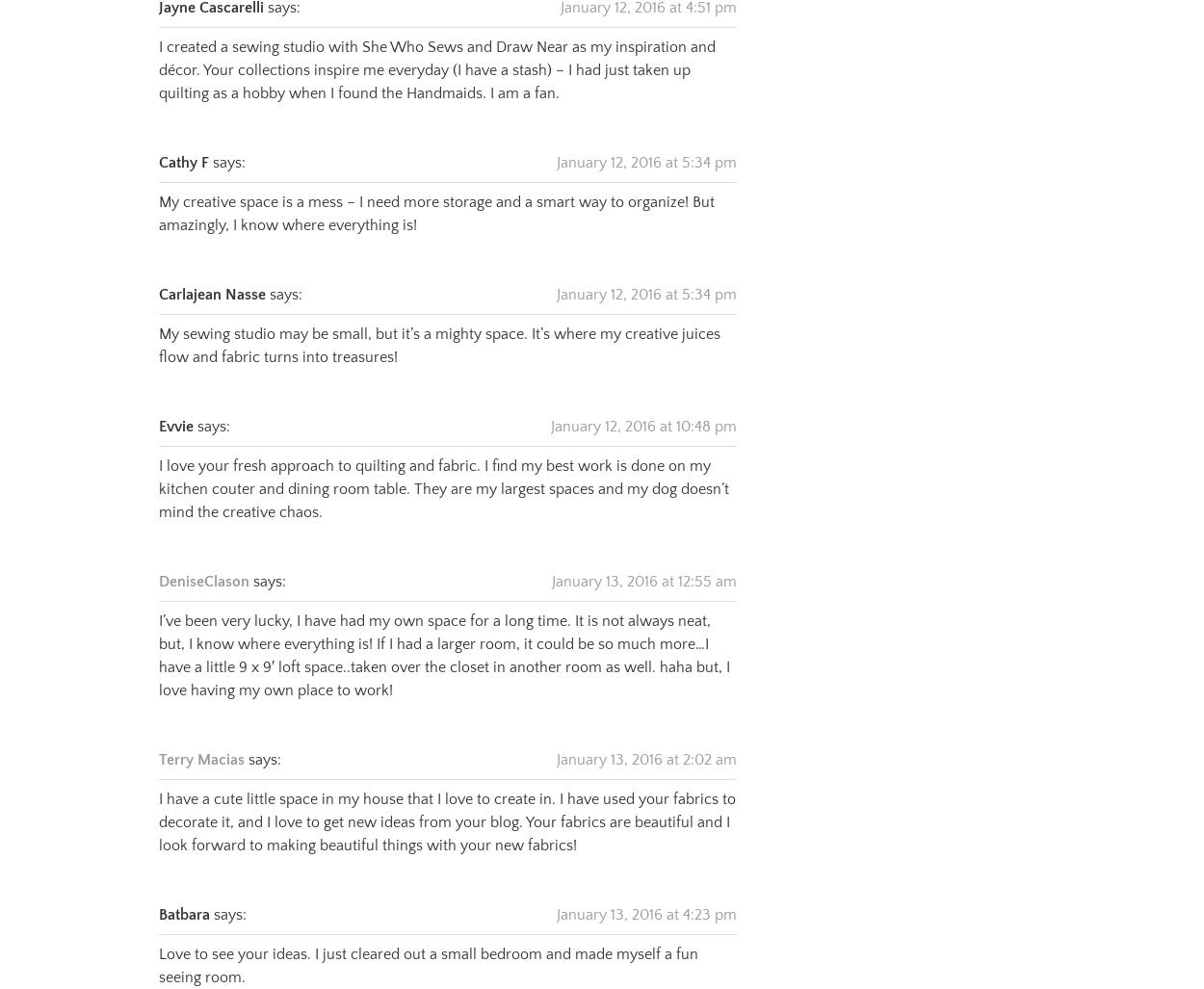 Image resolution: width=1204 pixels, height=989 pixels. Describe the element at coordinates (435, 188) in the screenshot. I see `'My creative space is a mess – I need more storage and a smart way to organize! But amazingly, I know where everything is!'` at that location.